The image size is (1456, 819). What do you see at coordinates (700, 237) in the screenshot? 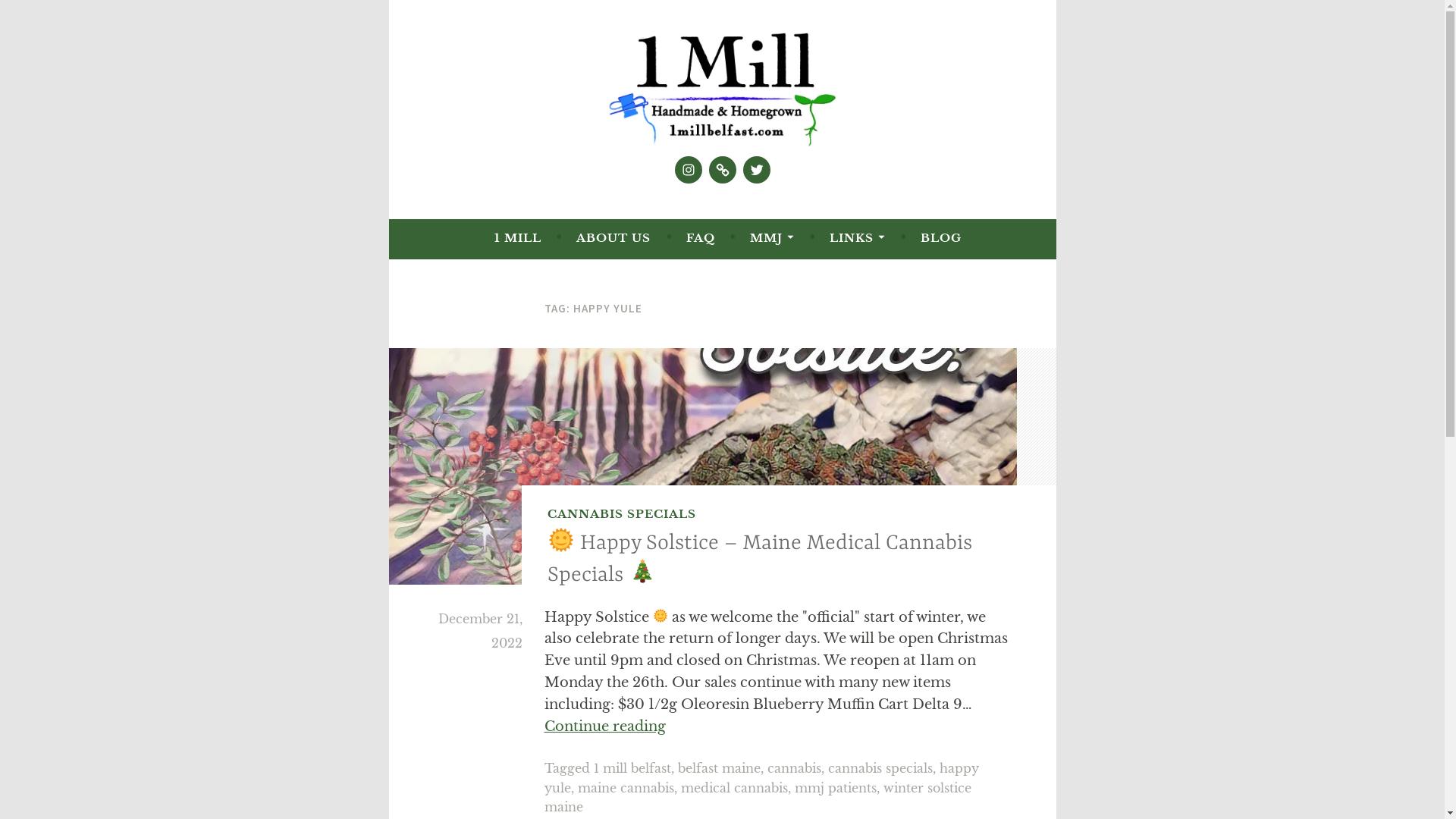
I see `'FAQ'` at bounding box center [700, 237].